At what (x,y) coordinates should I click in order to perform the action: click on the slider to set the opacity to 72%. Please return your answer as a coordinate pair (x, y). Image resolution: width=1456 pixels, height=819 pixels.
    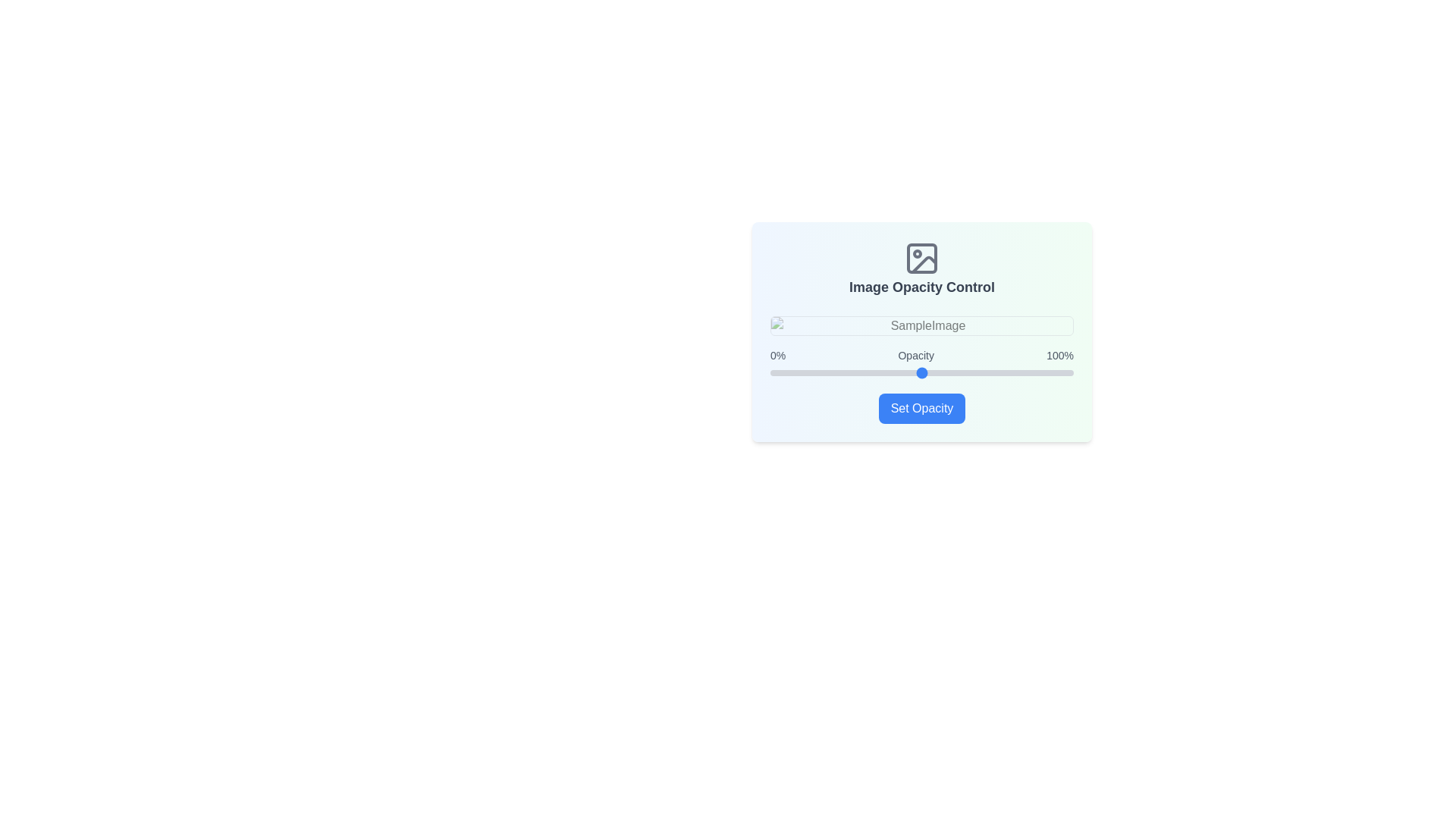
    Looking at the image, I should click on (989, 373).